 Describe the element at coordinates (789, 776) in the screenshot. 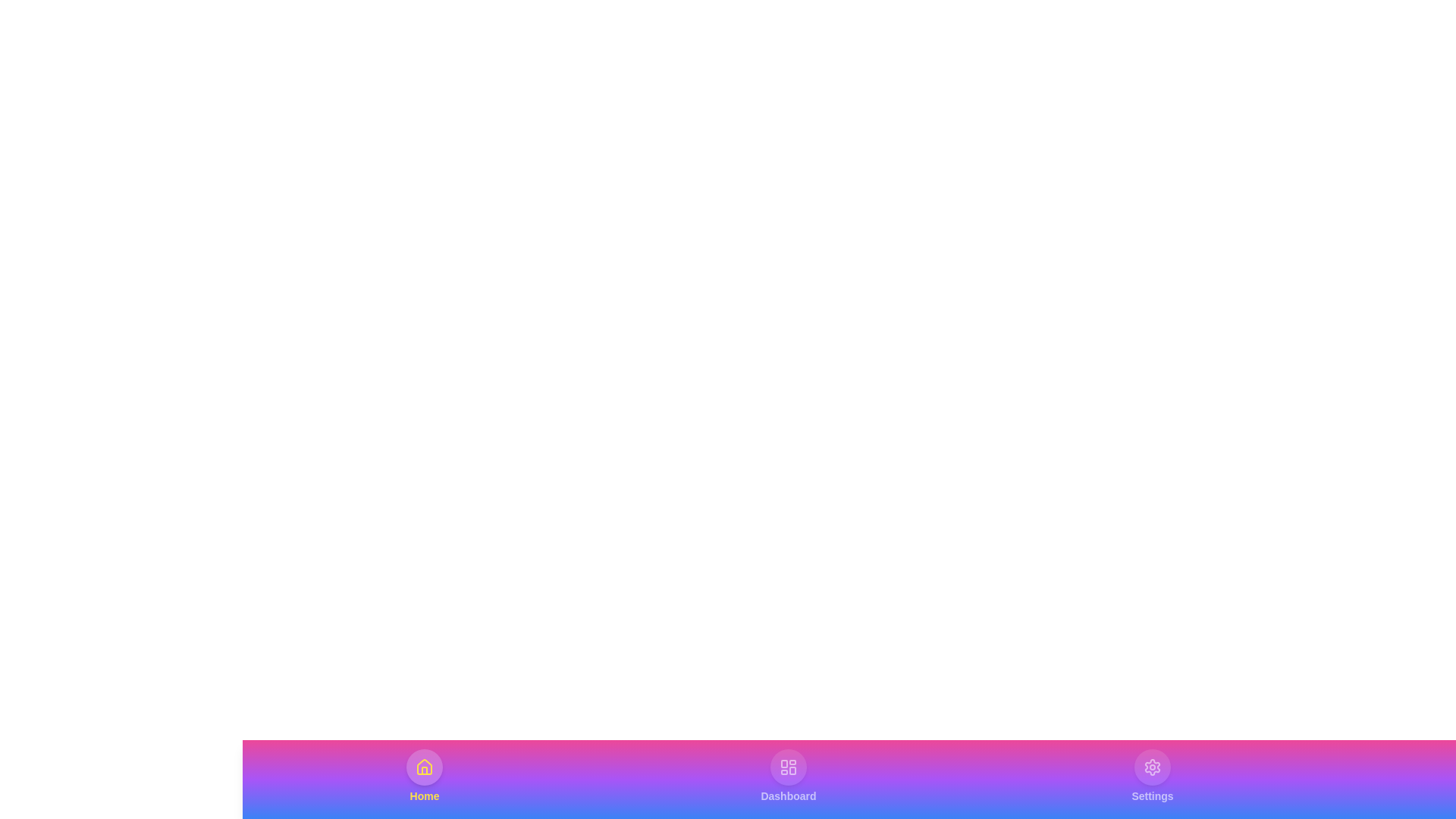

I see `the Dashboard button in the bottom navigation bar` at that location.